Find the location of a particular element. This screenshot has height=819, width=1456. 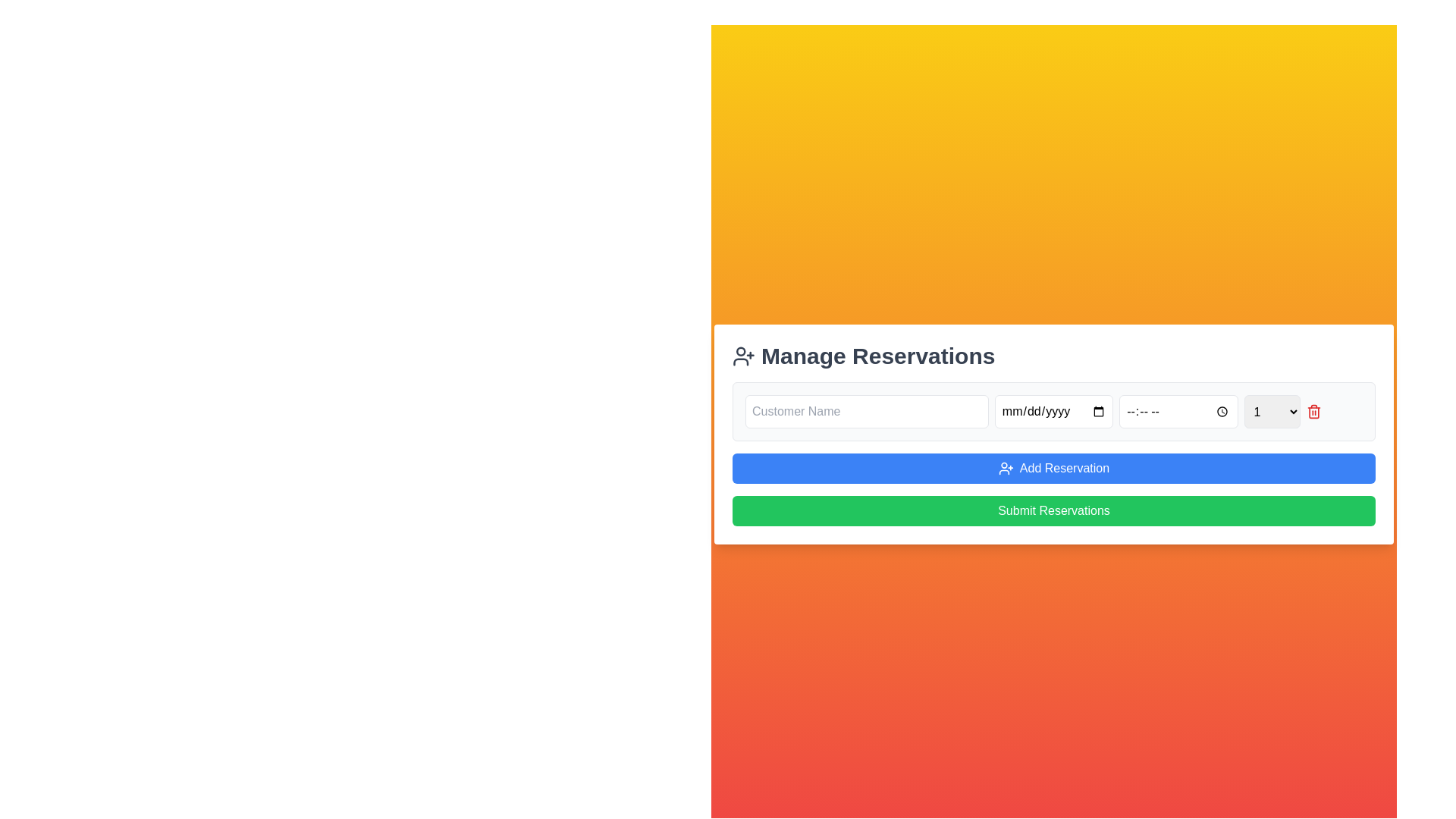

the trash icon button located in the top-right corner of the form interface is located at coordinates (1313, 412).